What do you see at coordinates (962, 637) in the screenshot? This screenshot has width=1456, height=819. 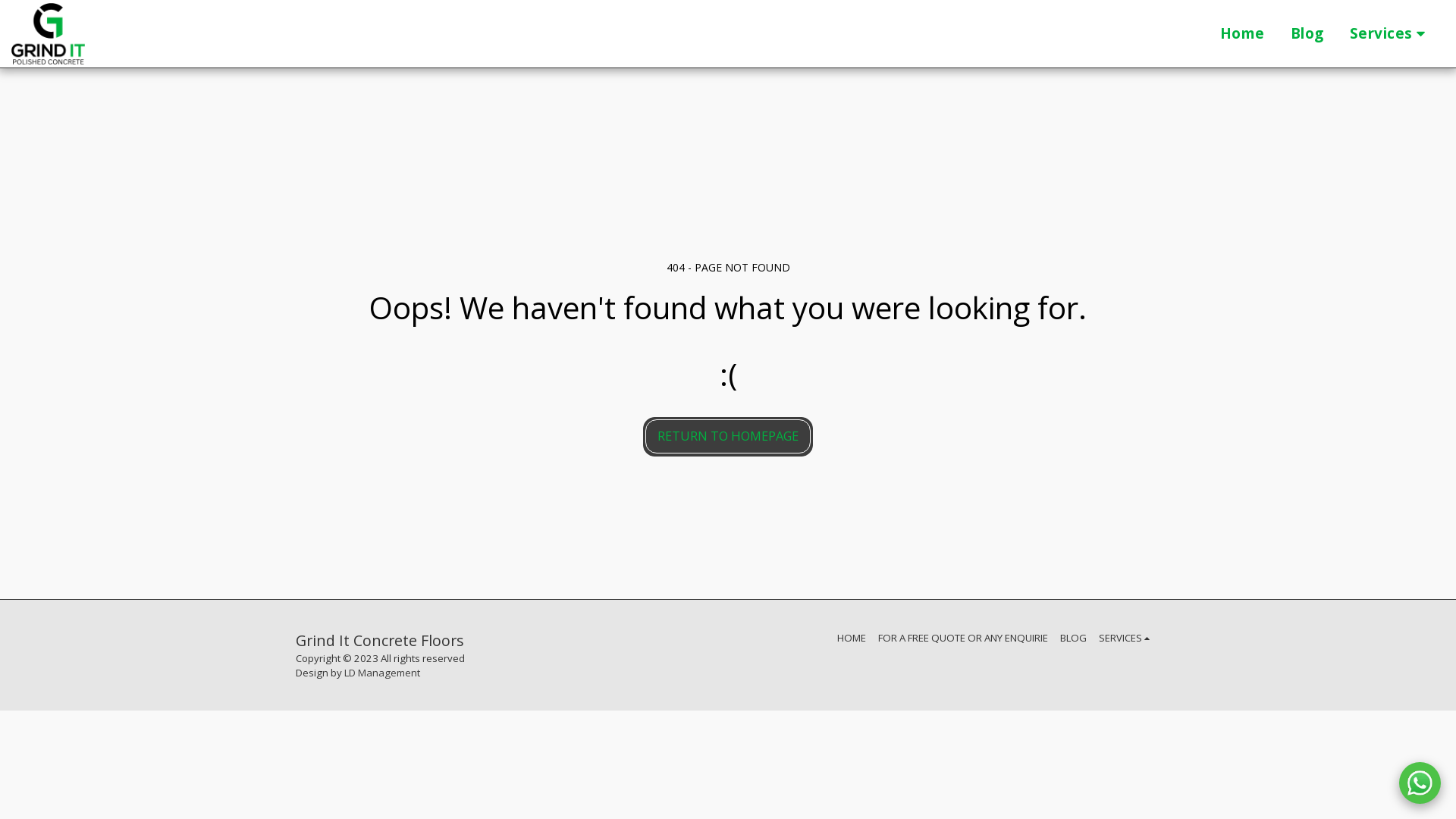 I see `'FOR A FREE QUOTE OR ANY ENQUIRIE'` at bounding box center [962, 637].